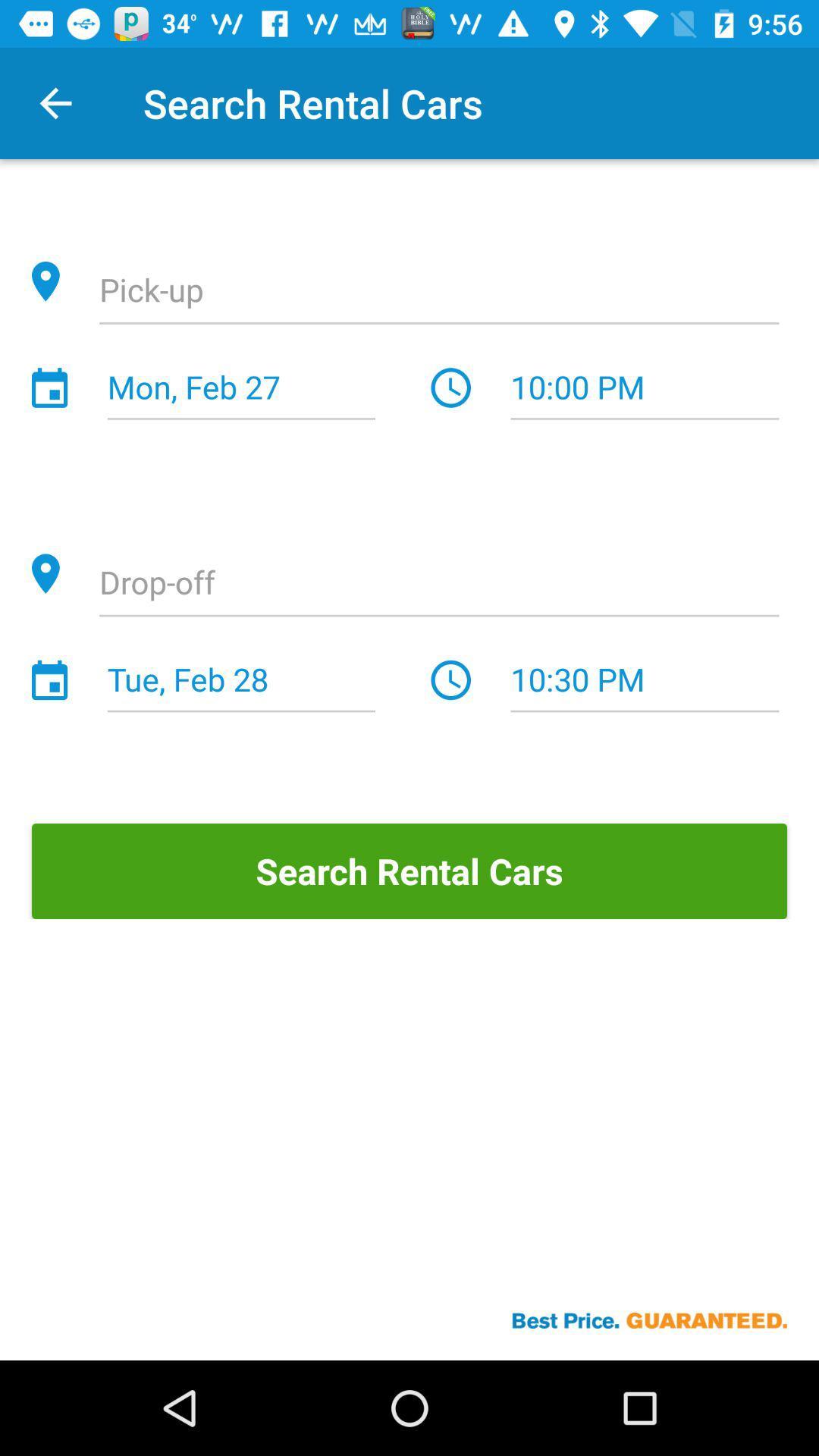 This screenshot has height=1456, width=819. I want to click on previous, so click(439, 584).